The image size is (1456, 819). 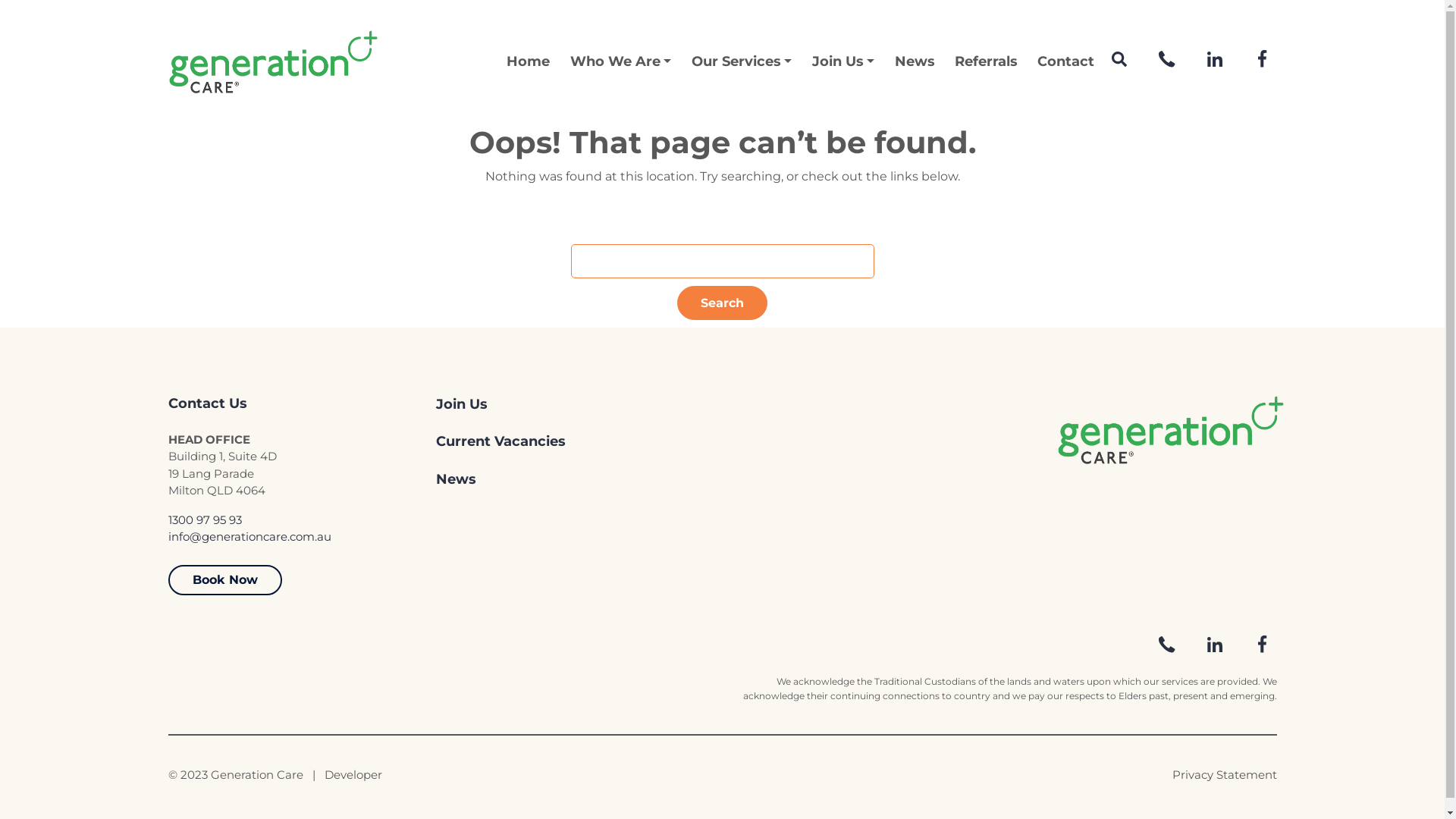 I want to click on 'Join Us', so click(x=842, y=61).